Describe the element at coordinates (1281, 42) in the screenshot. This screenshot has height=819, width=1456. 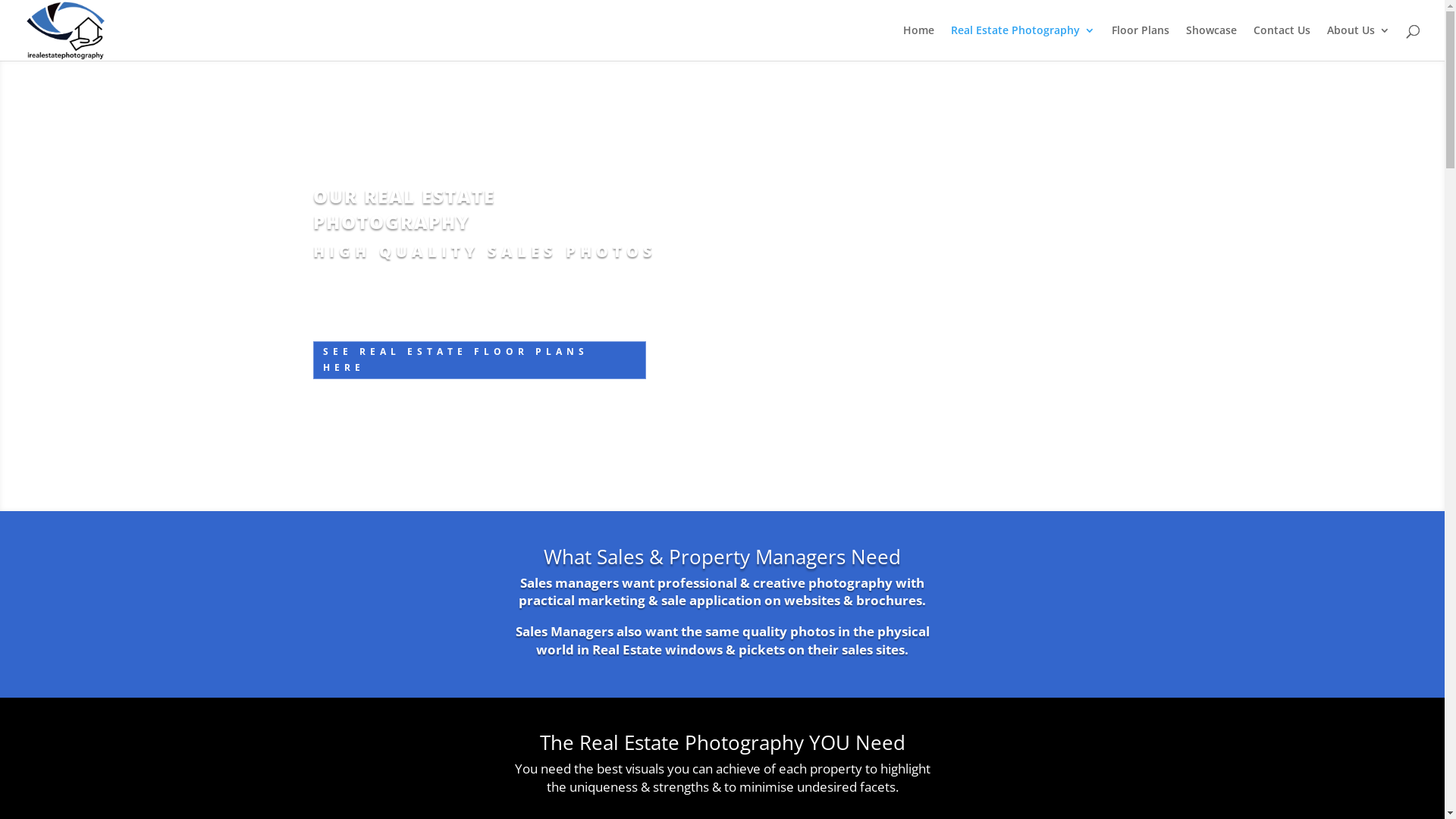
I see `'Contact Us'` at that location.